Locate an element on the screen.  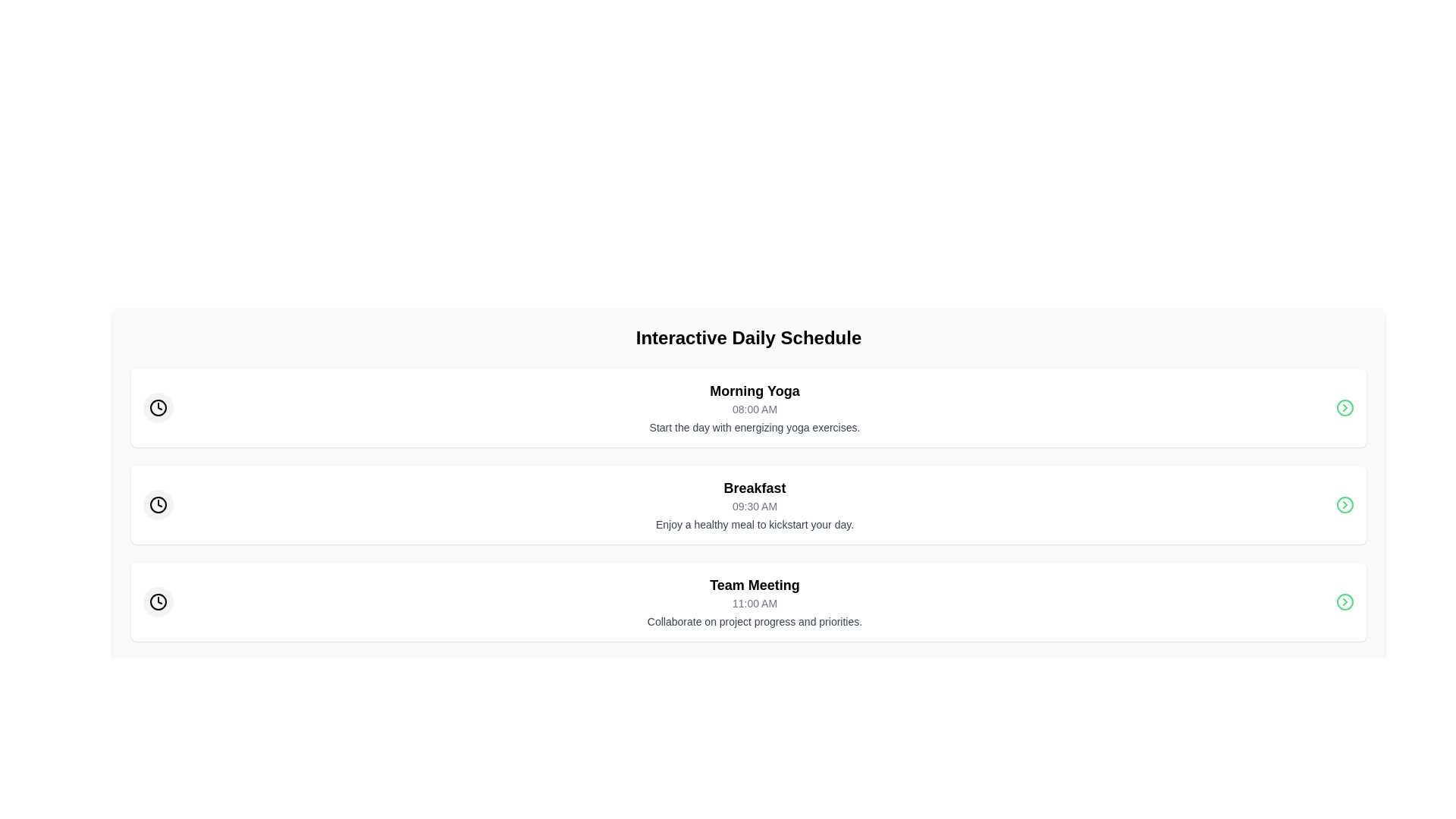
the clock icon, which is a circular element outlined in black with a white background, located in the far-left side of the third row under the 'Team Meeting' section is located at coordinates (158, 601).